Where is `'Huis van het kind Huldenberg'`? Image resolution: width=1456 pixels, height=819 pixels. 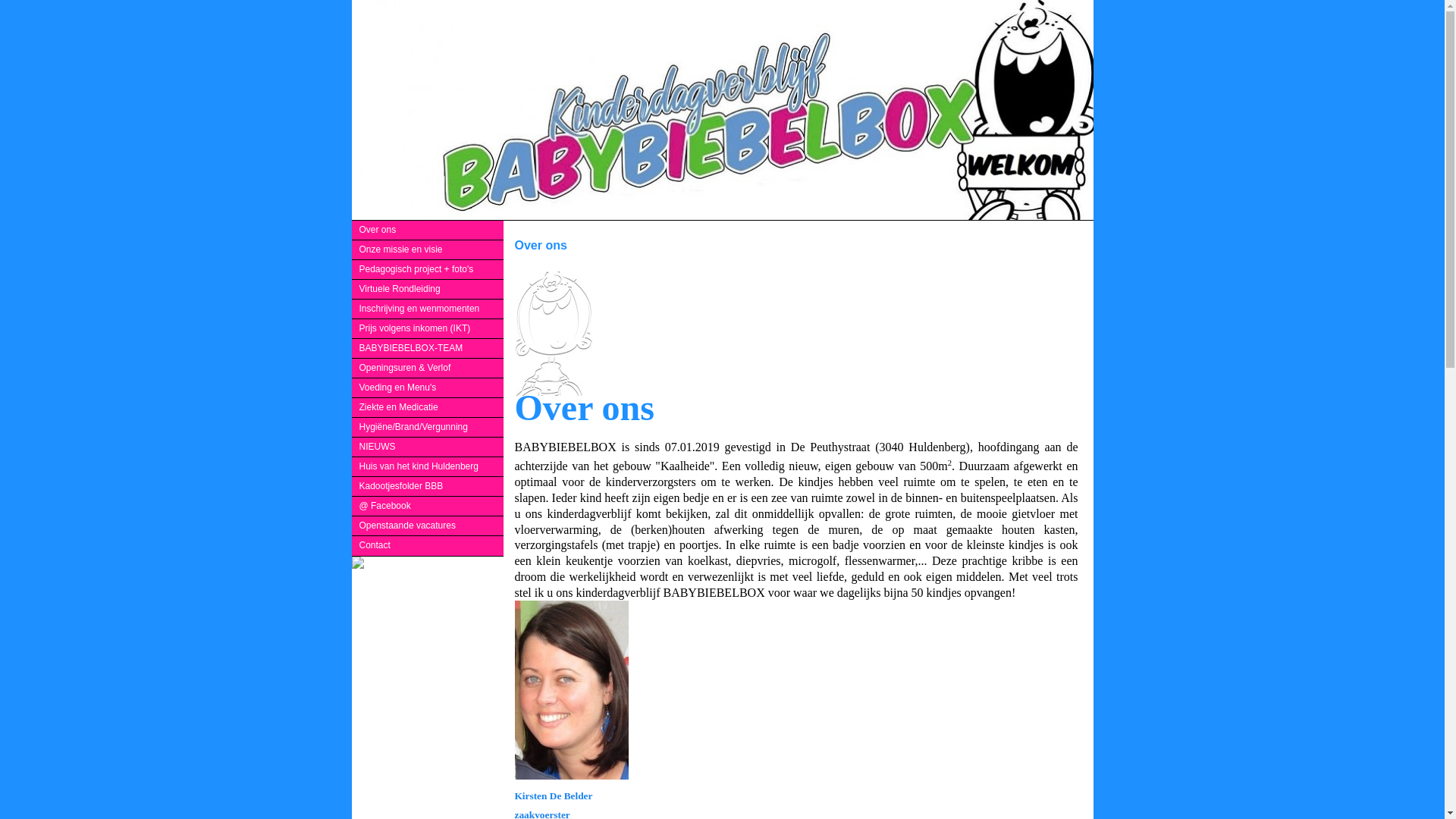
'Huis van het kind Huldenberg' is located at coordinates (427, 466).